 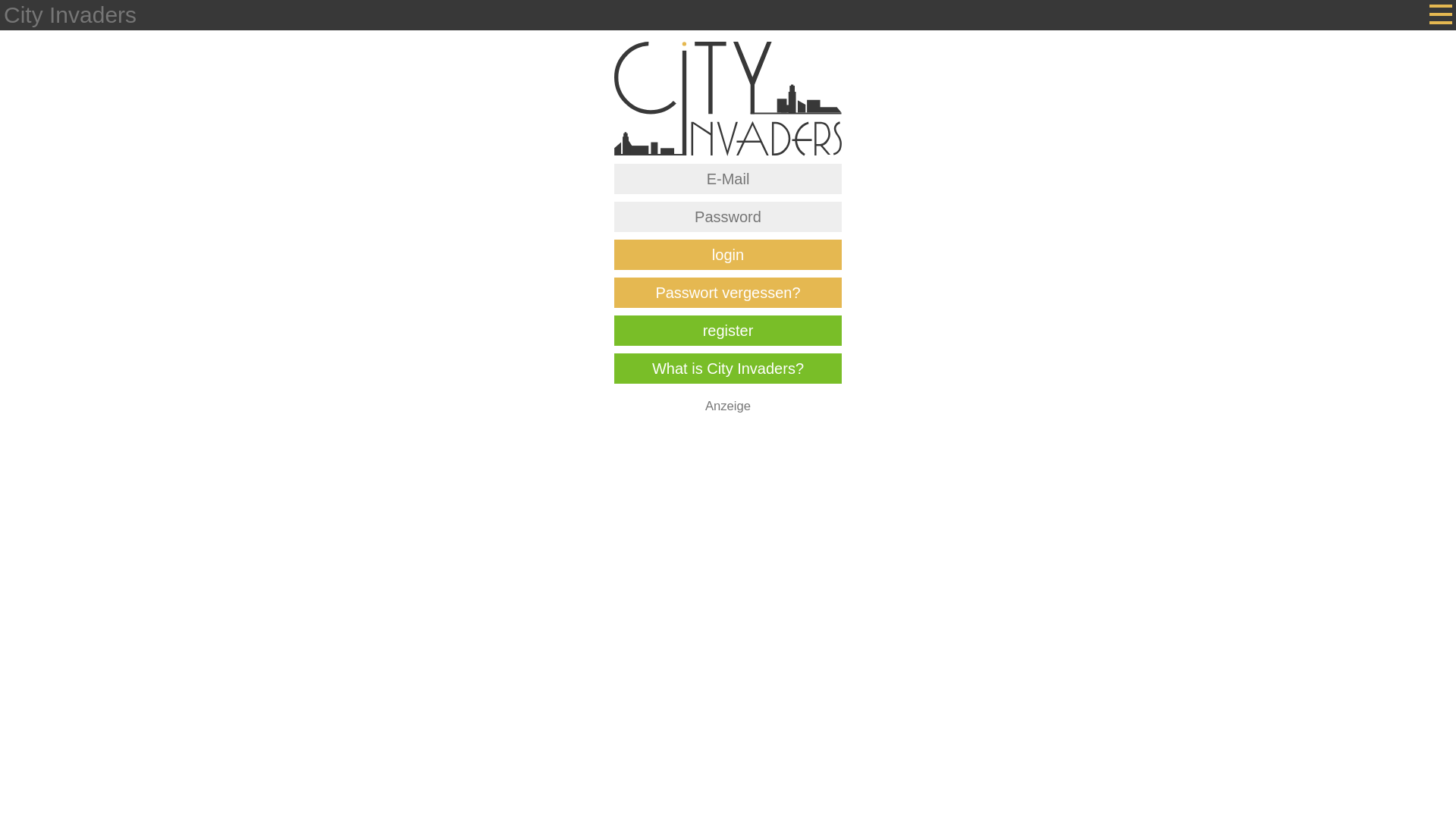 I want to click on 'login', so click(x=728, y=253).